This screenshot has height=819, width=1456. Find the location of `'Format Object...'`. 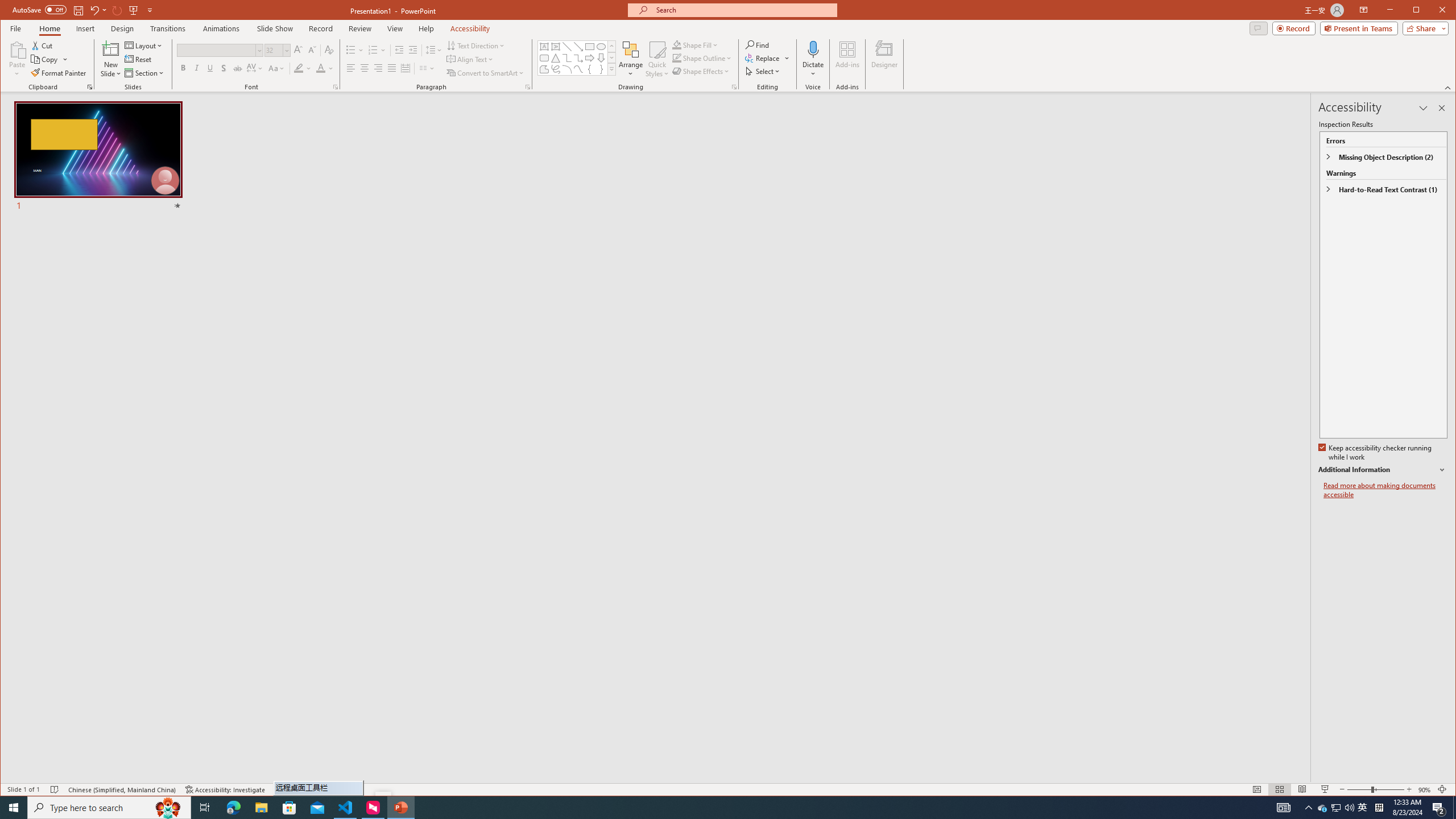

'Format Object...' is located at coordinates (733, 87).